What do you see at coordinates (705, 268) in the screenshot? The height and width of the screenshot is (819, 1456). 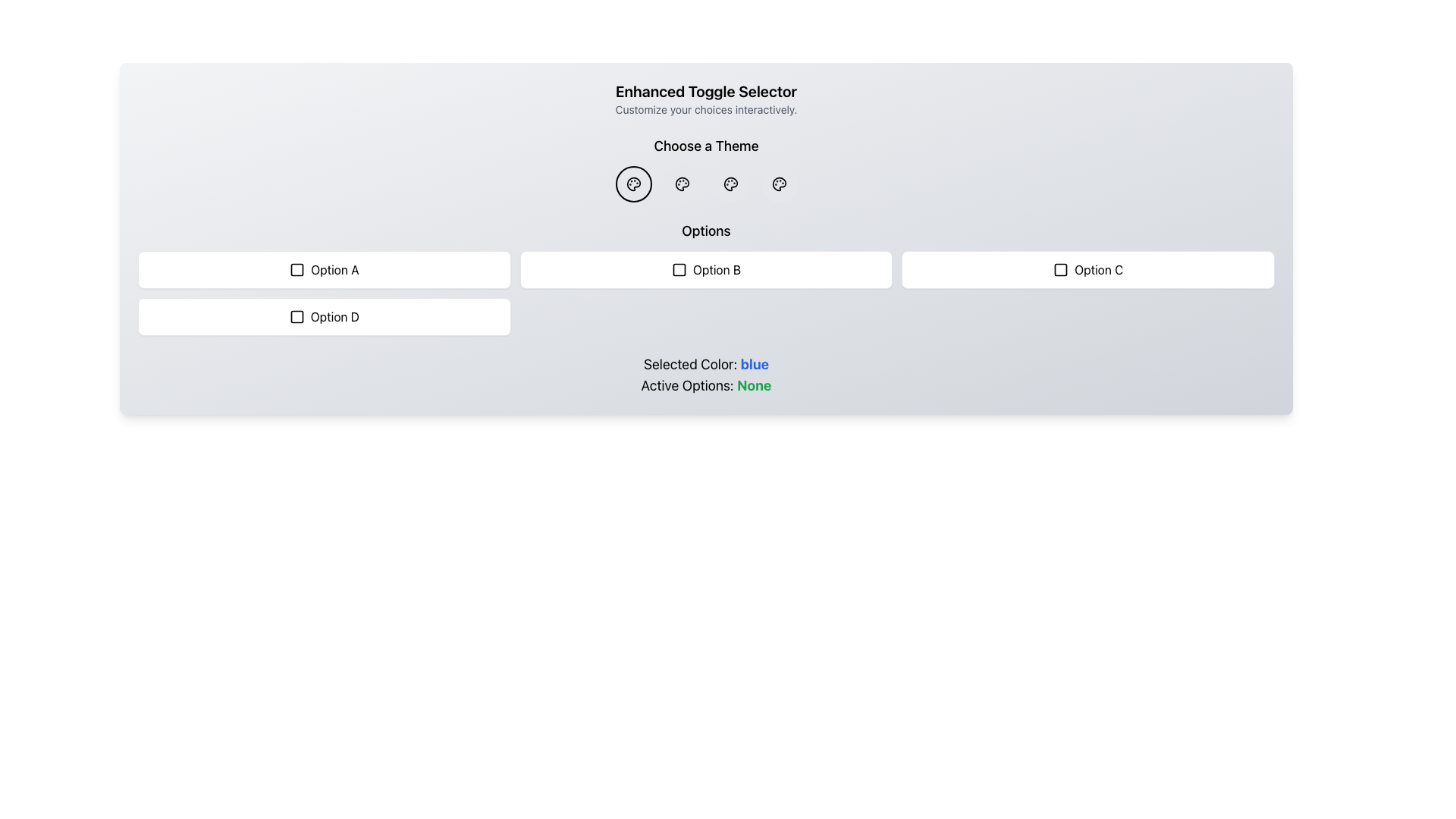 I see `the checkbox labeled 'Option B' to check it` at bounding box center [705, 268].